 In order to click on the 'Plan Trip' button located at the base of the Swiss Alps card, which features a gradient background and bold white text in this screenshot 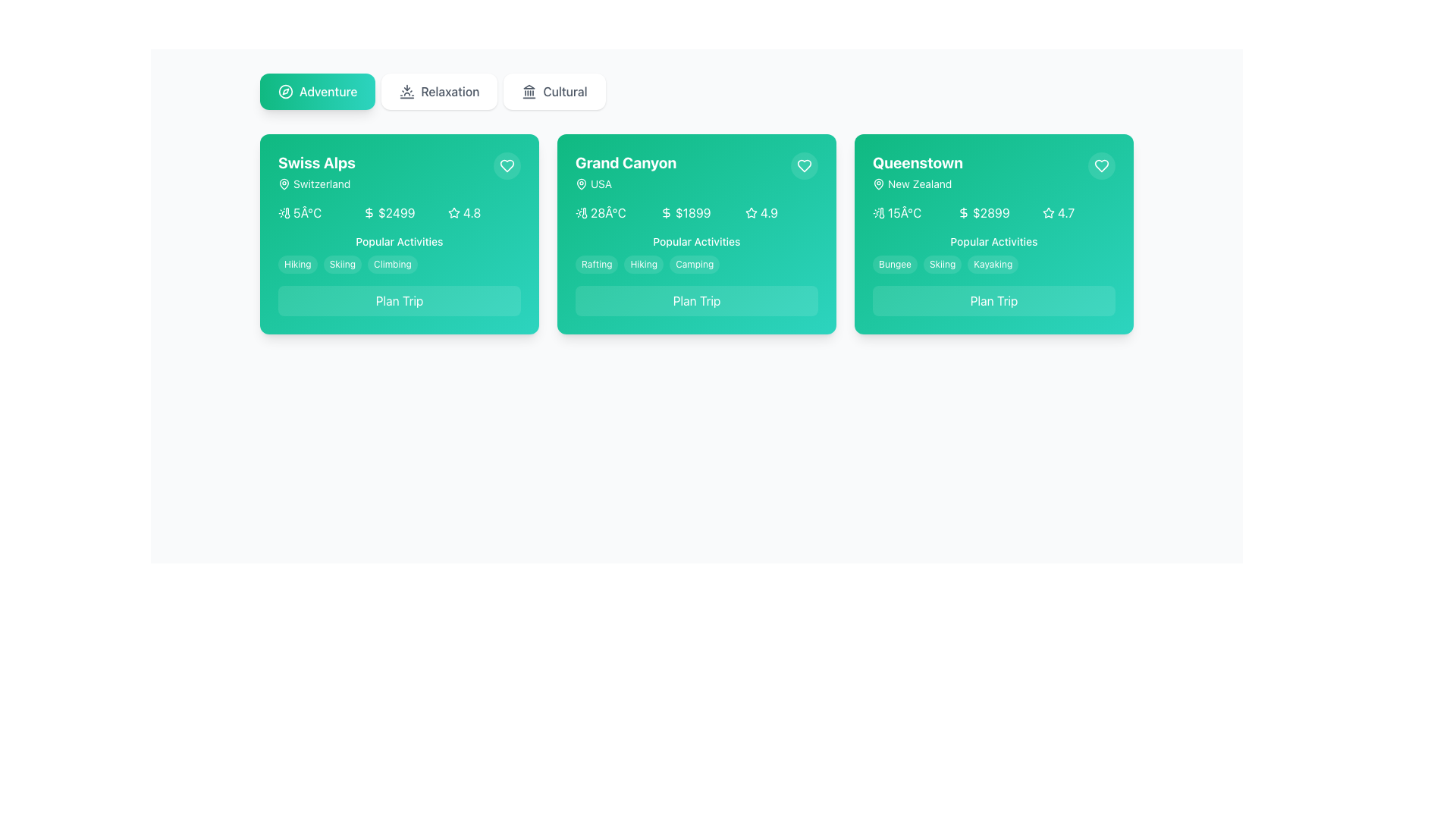, I will do `click(400, 301)`.